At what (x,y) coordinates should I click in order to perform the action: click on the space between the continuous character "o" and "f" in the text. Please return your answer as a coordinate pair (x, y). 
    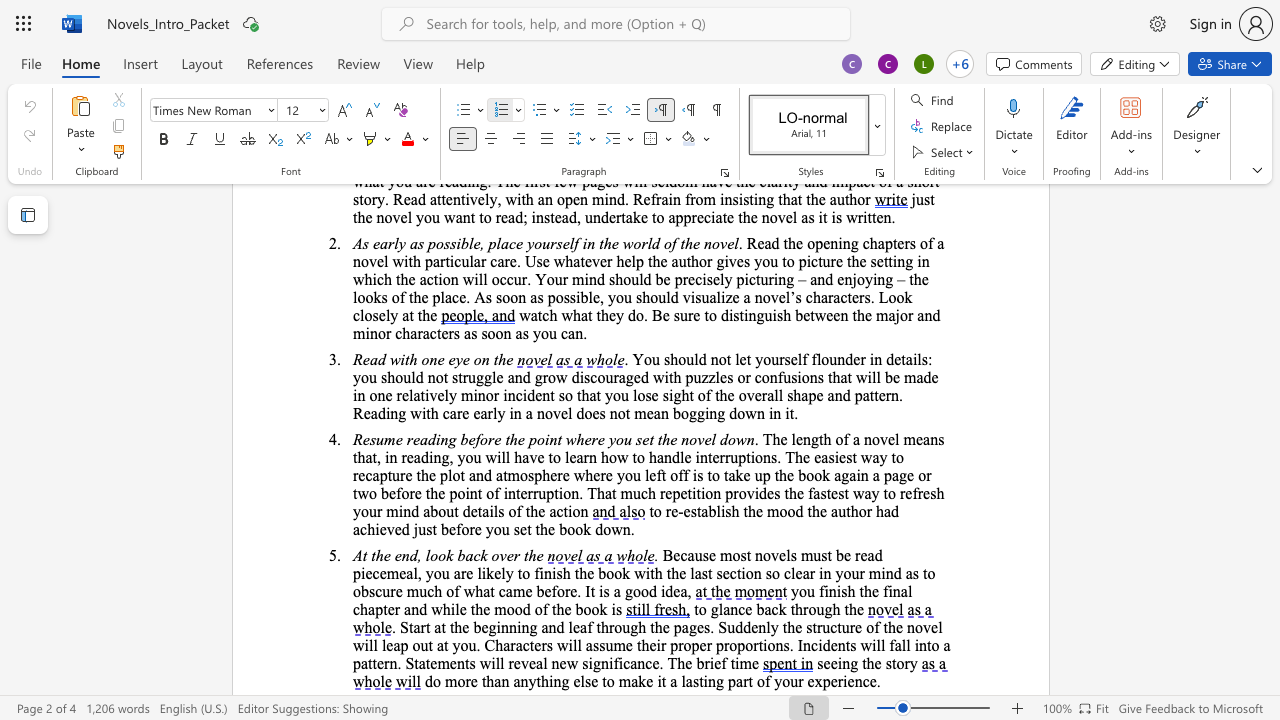
    Looking at the image, I should click on (515, 510).